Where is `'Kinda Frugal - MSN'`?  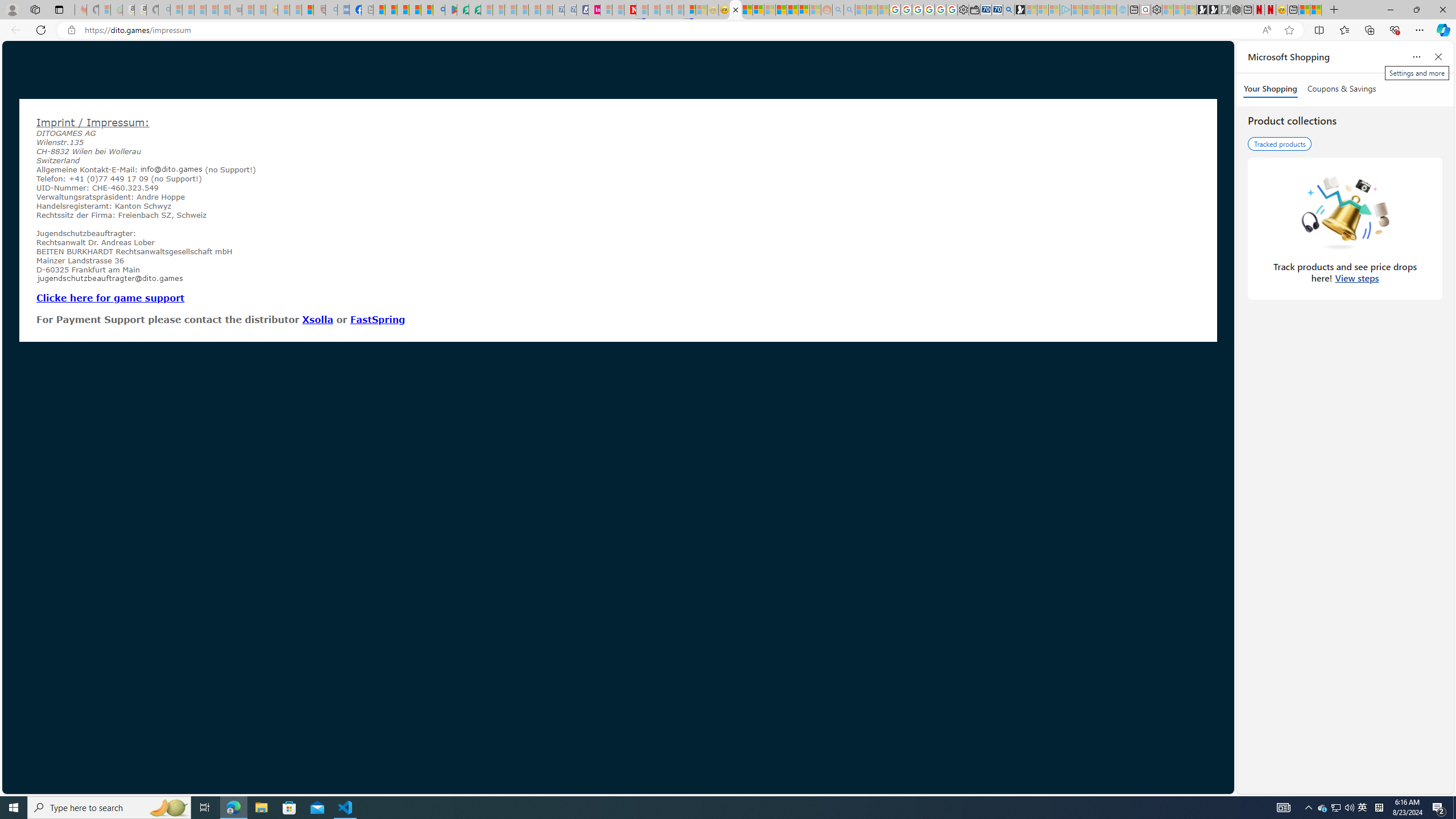 'Kinda Frugal - MSN' is located at coordinates (792, 9).